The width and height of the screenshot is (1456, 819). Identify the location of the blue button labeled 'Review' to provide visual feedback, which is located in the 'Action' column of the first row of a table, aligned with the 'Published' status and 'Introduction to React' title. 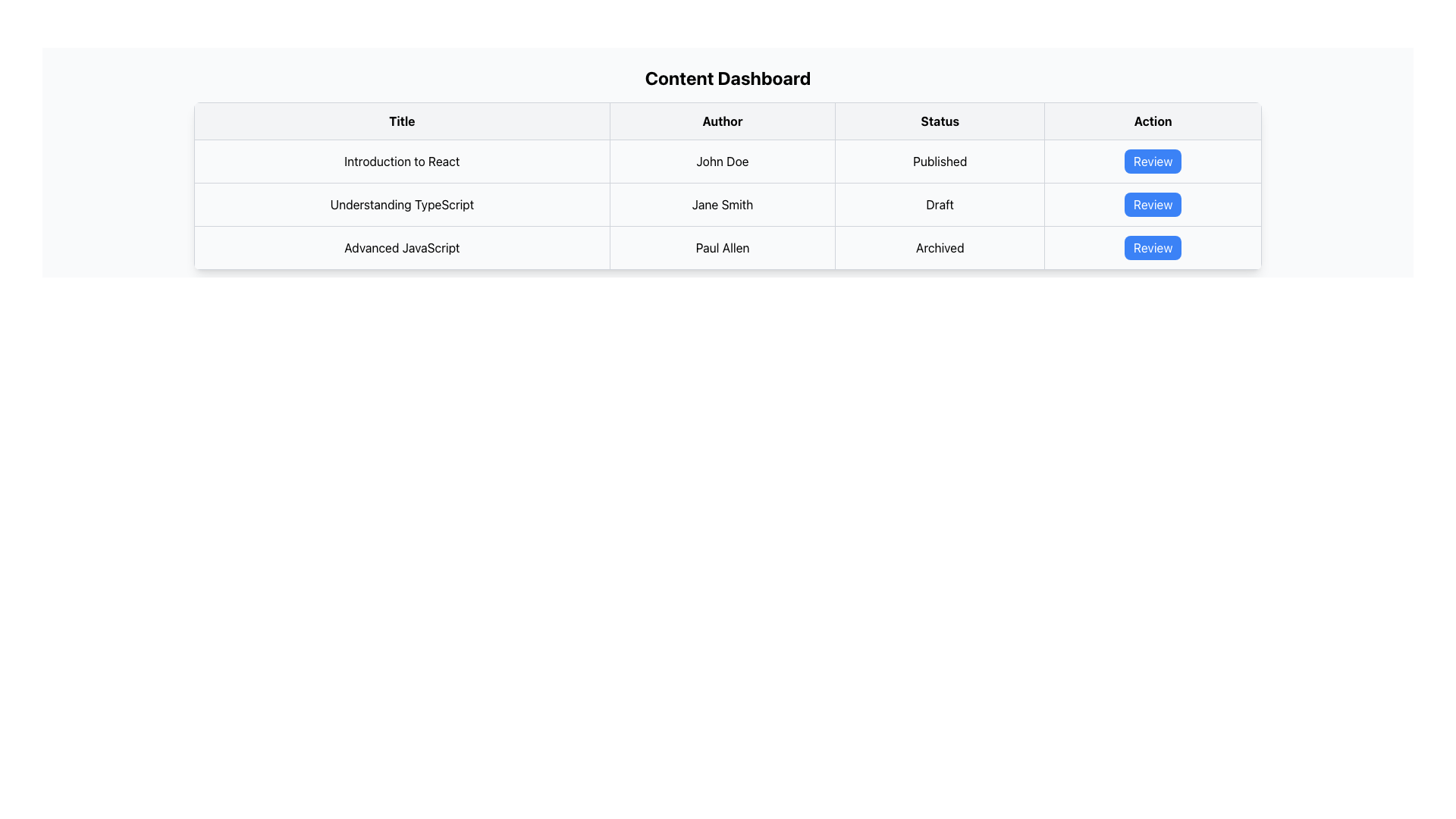
(1153, 161).